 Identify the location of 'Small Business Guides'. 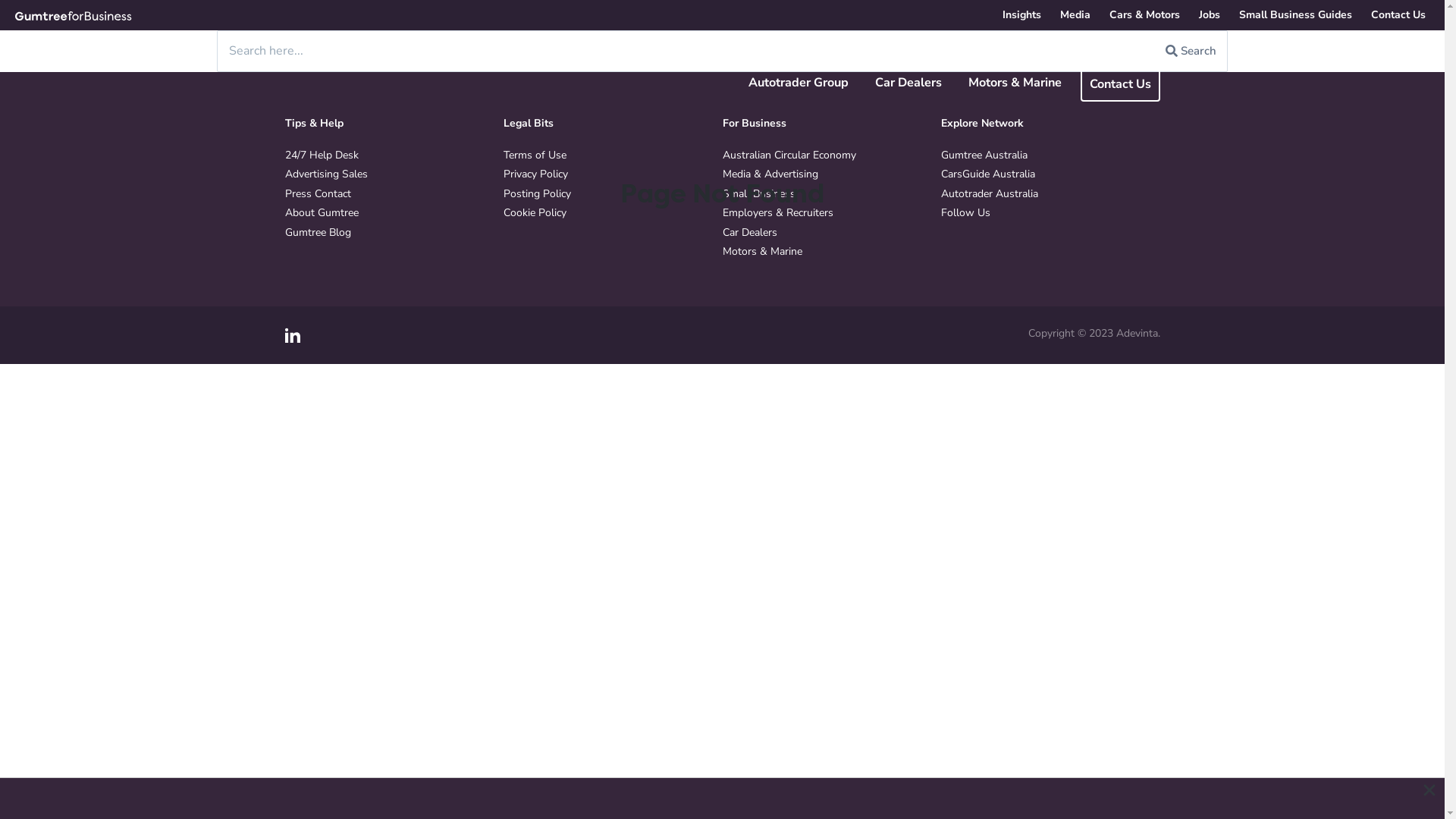
(1294, 14).